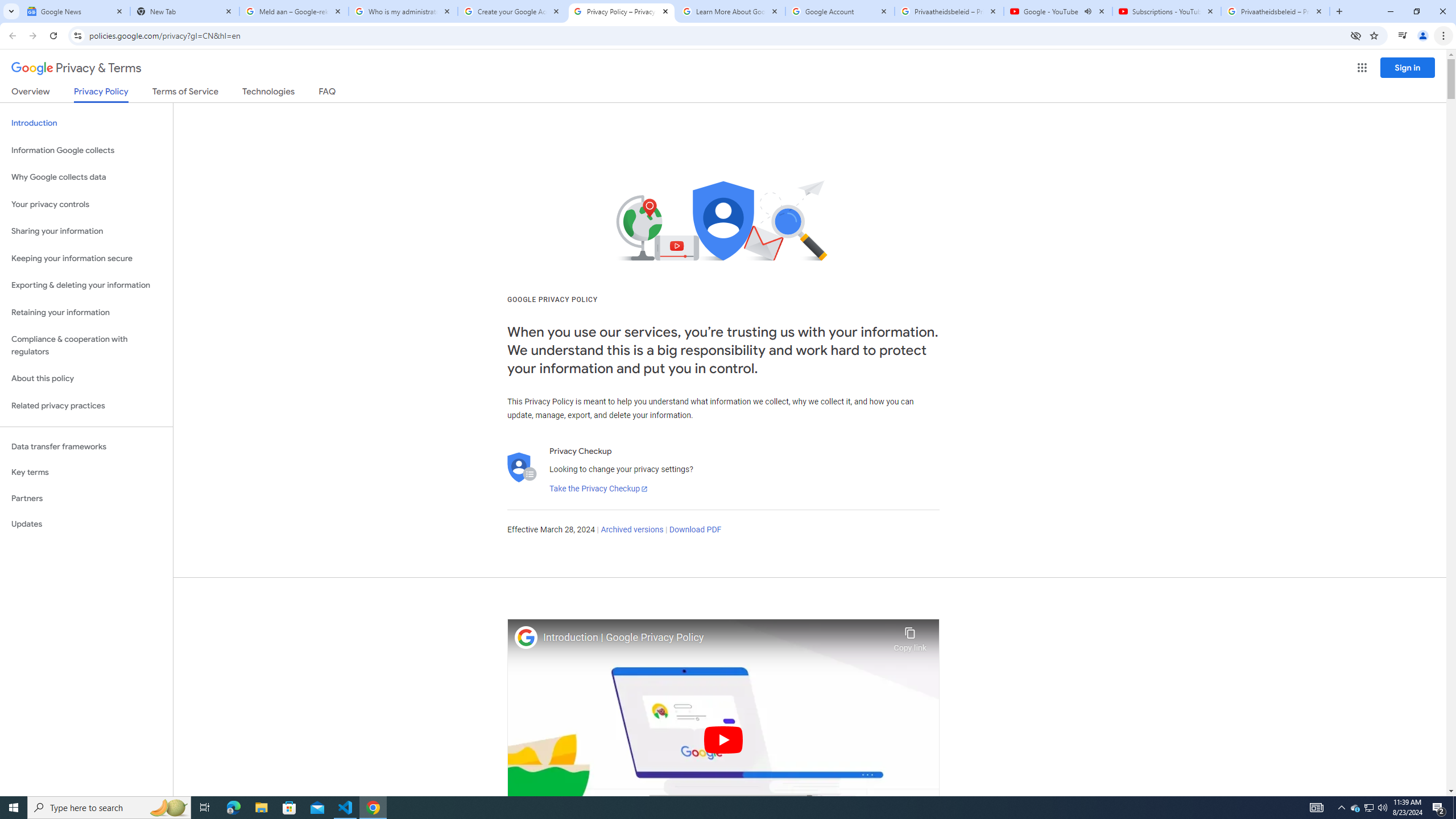 The height and width of the screenshot is (819, 1456). Describe the element at coordinates (839, 11) in the screenshot. I see `'Google Account'` at that location.